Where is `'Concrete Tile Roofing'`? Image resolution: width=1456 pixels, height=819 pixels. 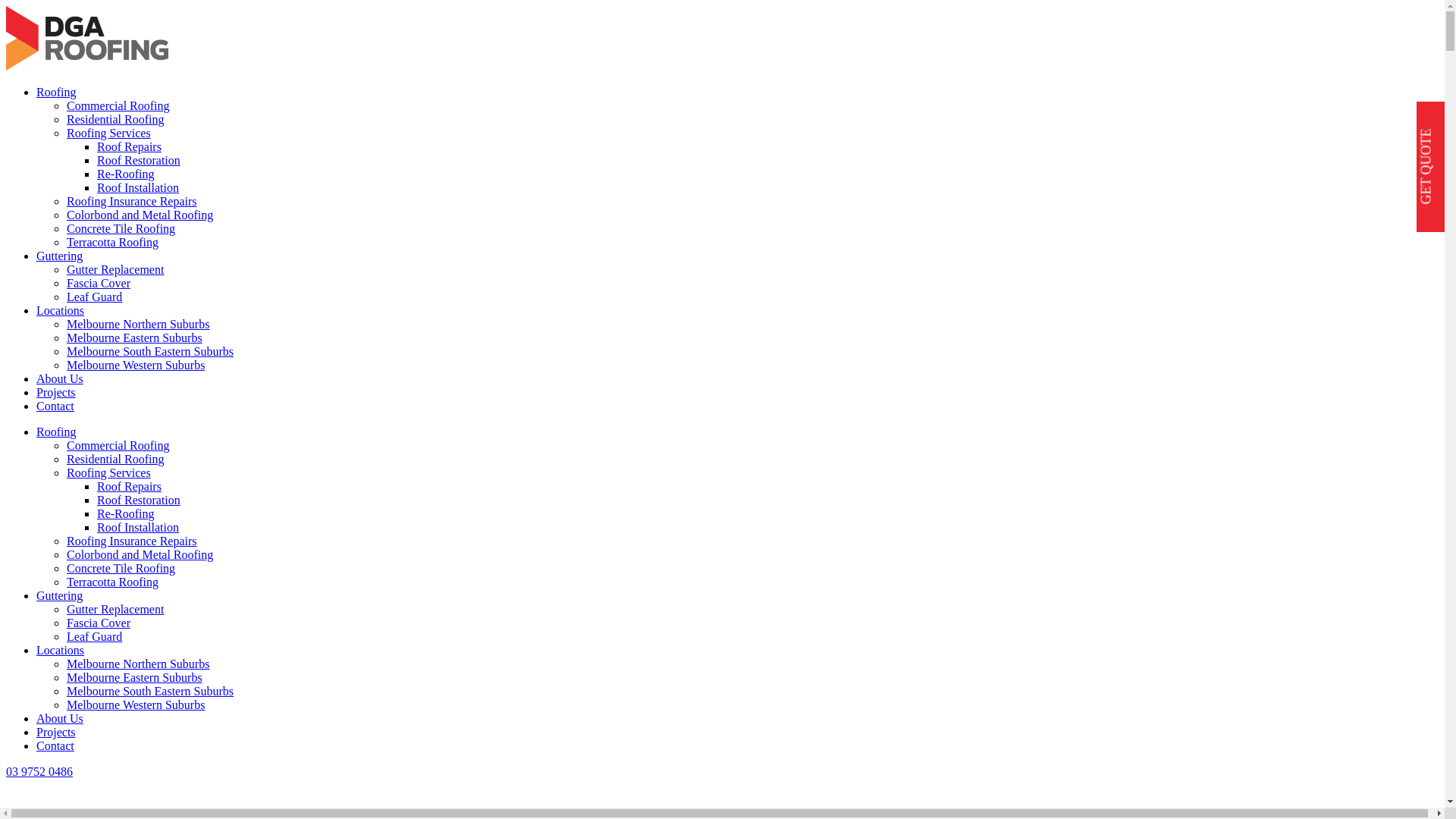
'Concrete Tile Roofing' is located at coordinates (120, 568).